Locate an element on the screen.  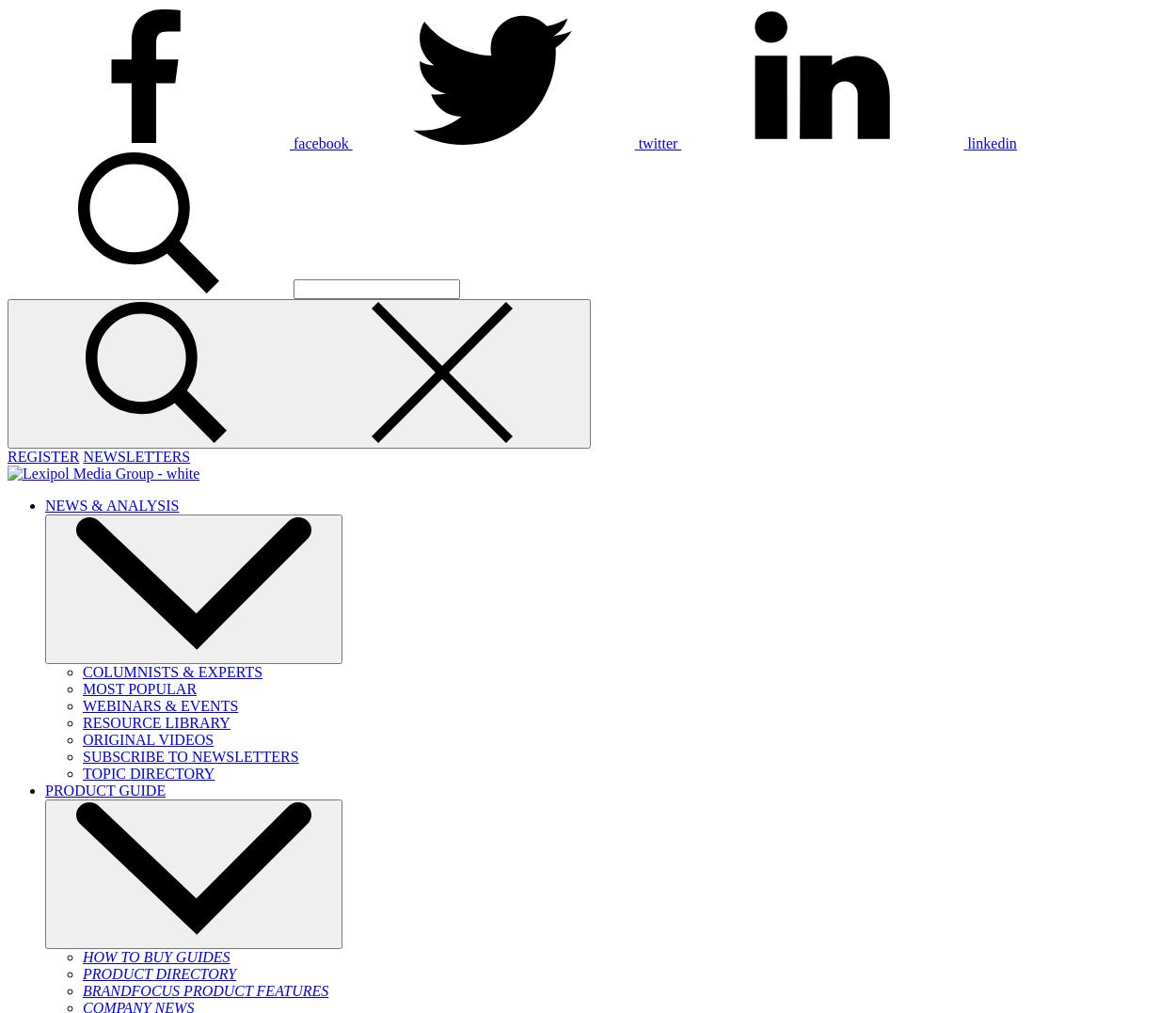
'MOST POPULAR' is located at coordinates (82, 689).